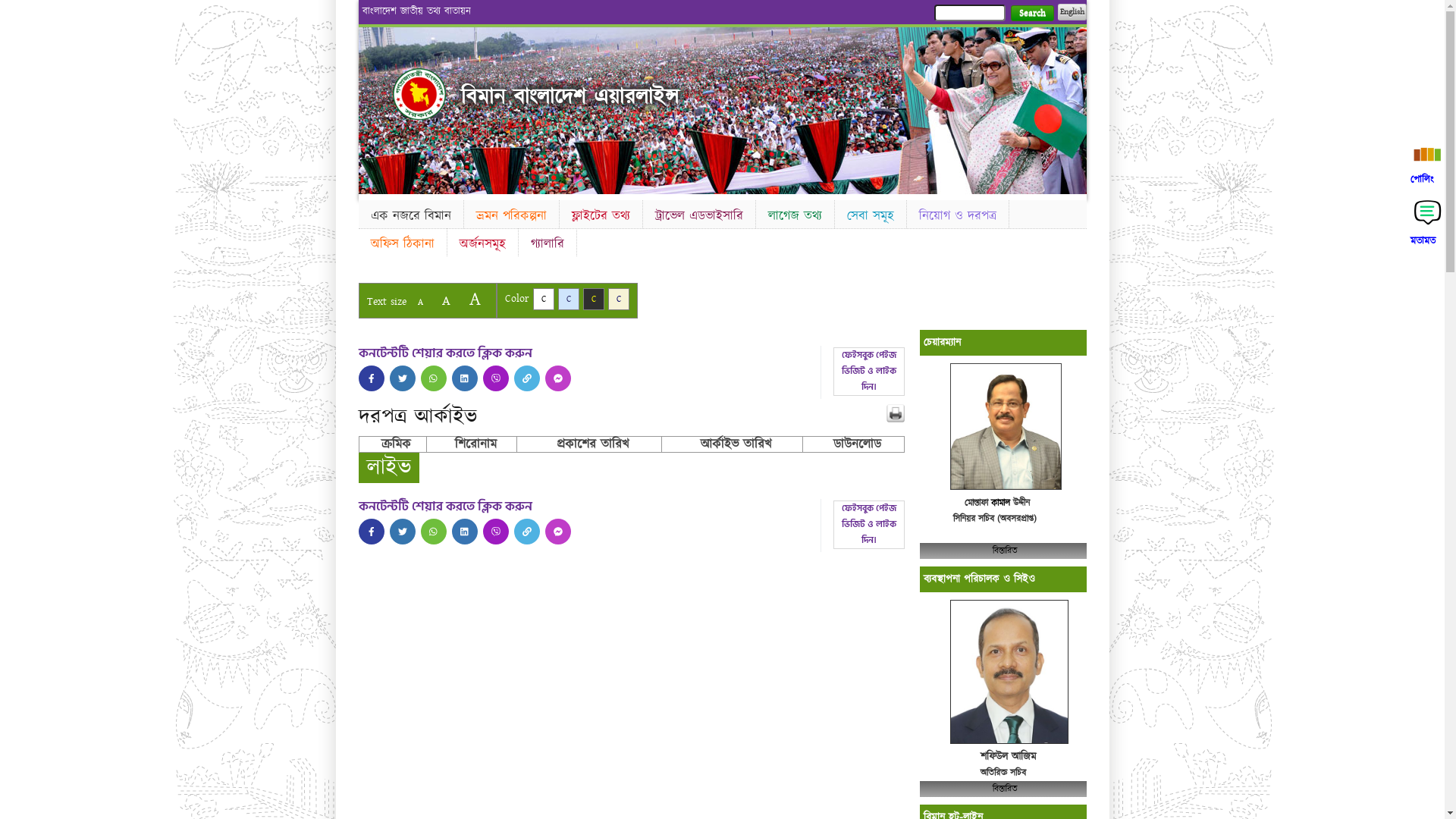  Describe the element at coordinates (557, 299) in the screenshot. I see `'C'` at that location.